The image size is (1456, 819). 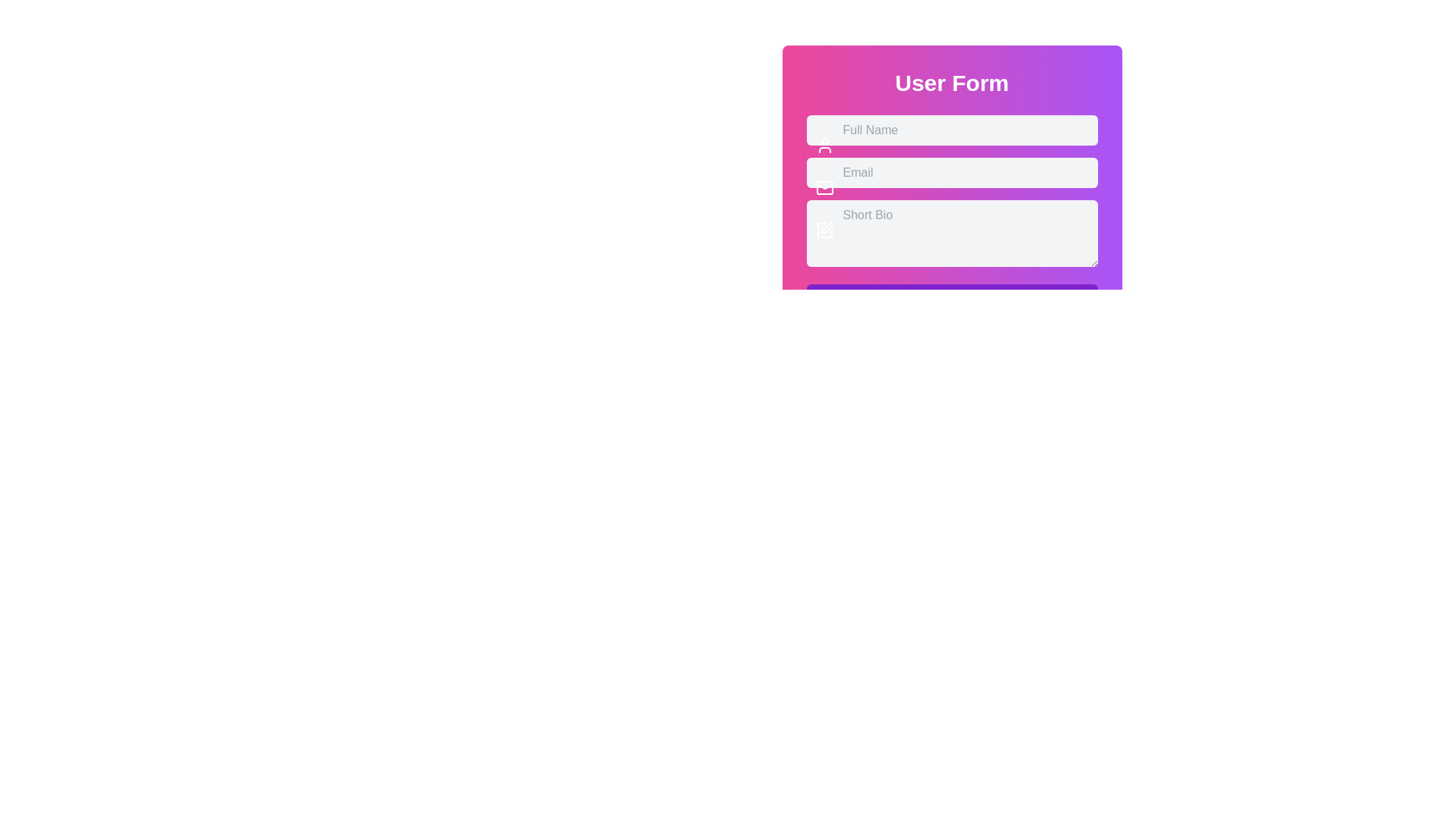 I want to click on the envelope graphic that represents an email icon located in the middle of the three input fields, specifically within the input area labeled 'Email', so click(x=824, y=186).